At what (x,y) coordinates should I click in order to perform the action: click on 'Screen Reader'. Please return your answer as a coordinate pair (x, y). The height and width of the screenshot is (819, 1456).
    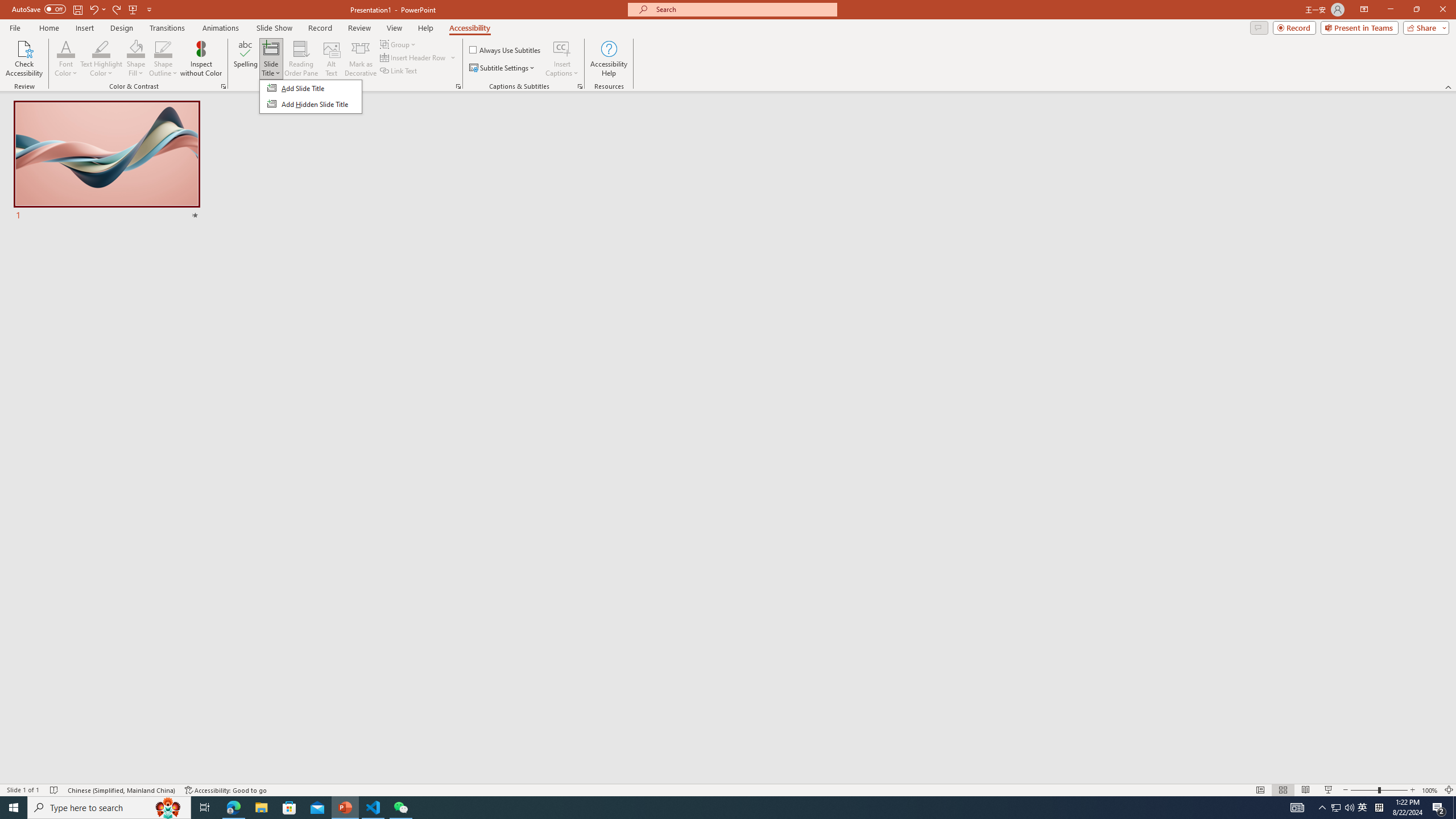
    Looking at the image, I should click on (458, 85).